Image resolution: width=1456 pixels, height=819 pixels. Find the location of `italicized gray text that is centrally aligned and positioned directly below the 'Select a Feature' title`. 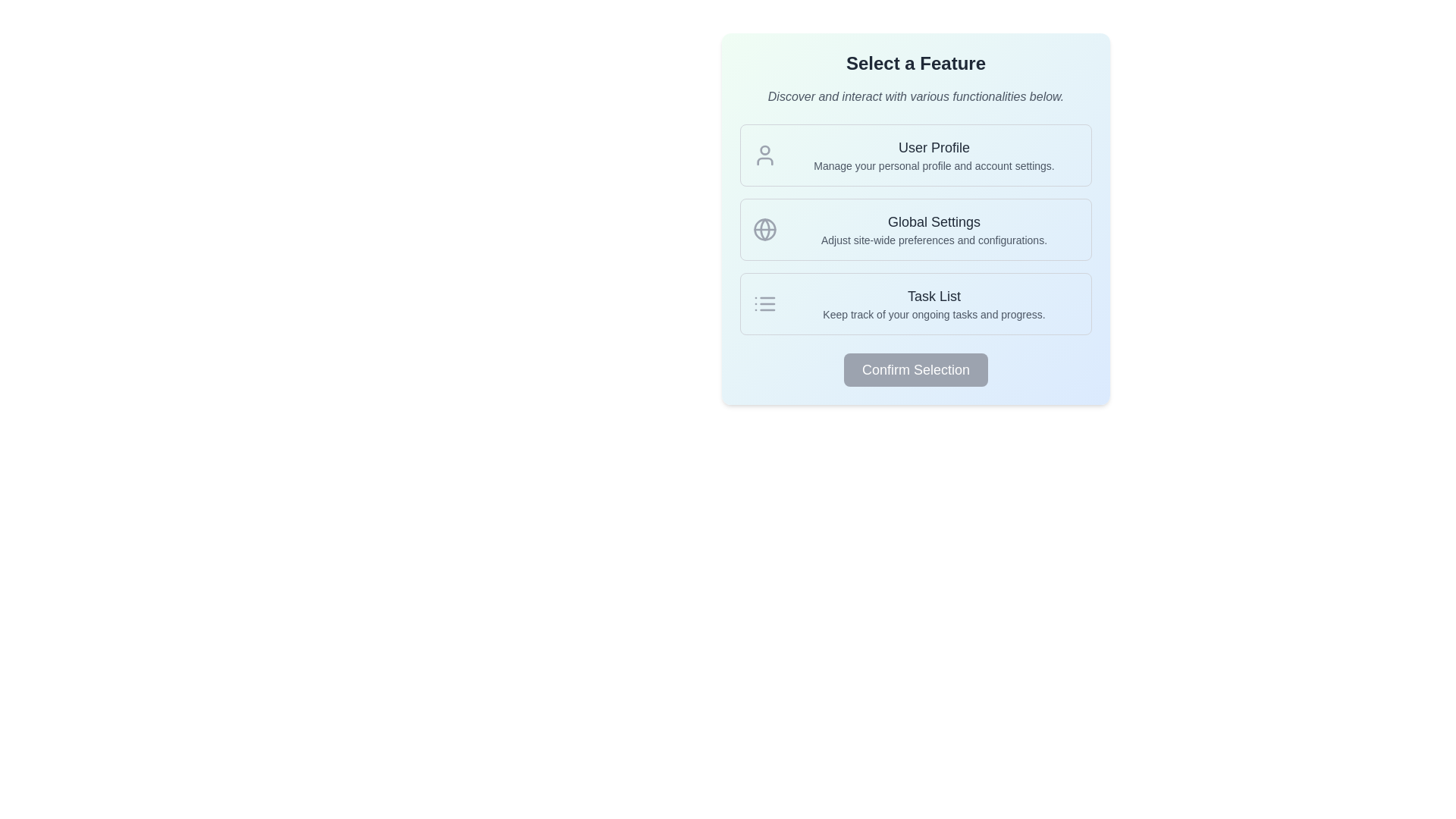

italicized gray text that is centrally aligned and positioned directly below the 'Select a Feature' title is located at coordinates (915, 96).